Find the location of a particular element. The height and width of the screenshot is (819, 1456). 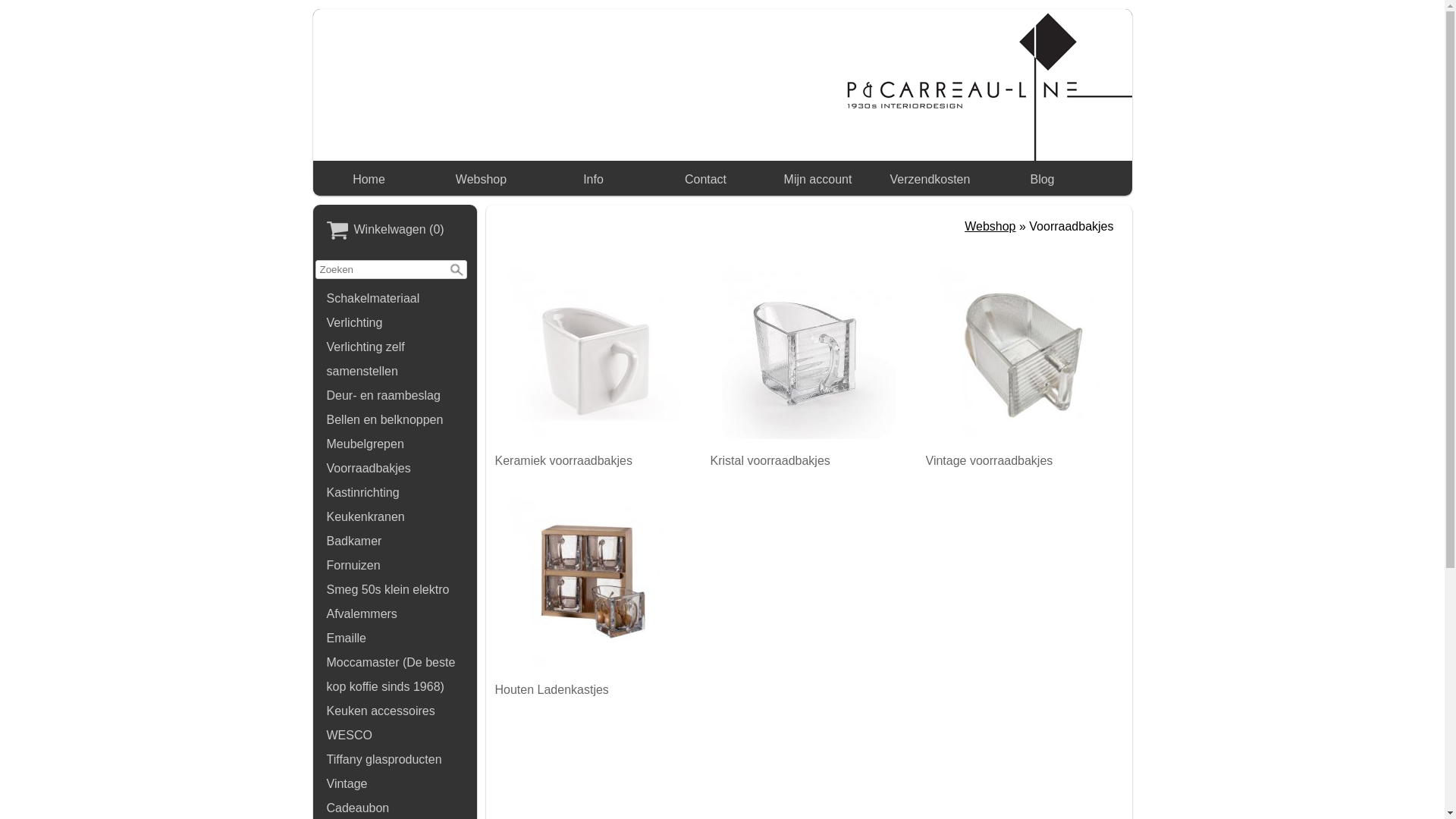

'Kastinrichting' is located at coordinates (395, 493).